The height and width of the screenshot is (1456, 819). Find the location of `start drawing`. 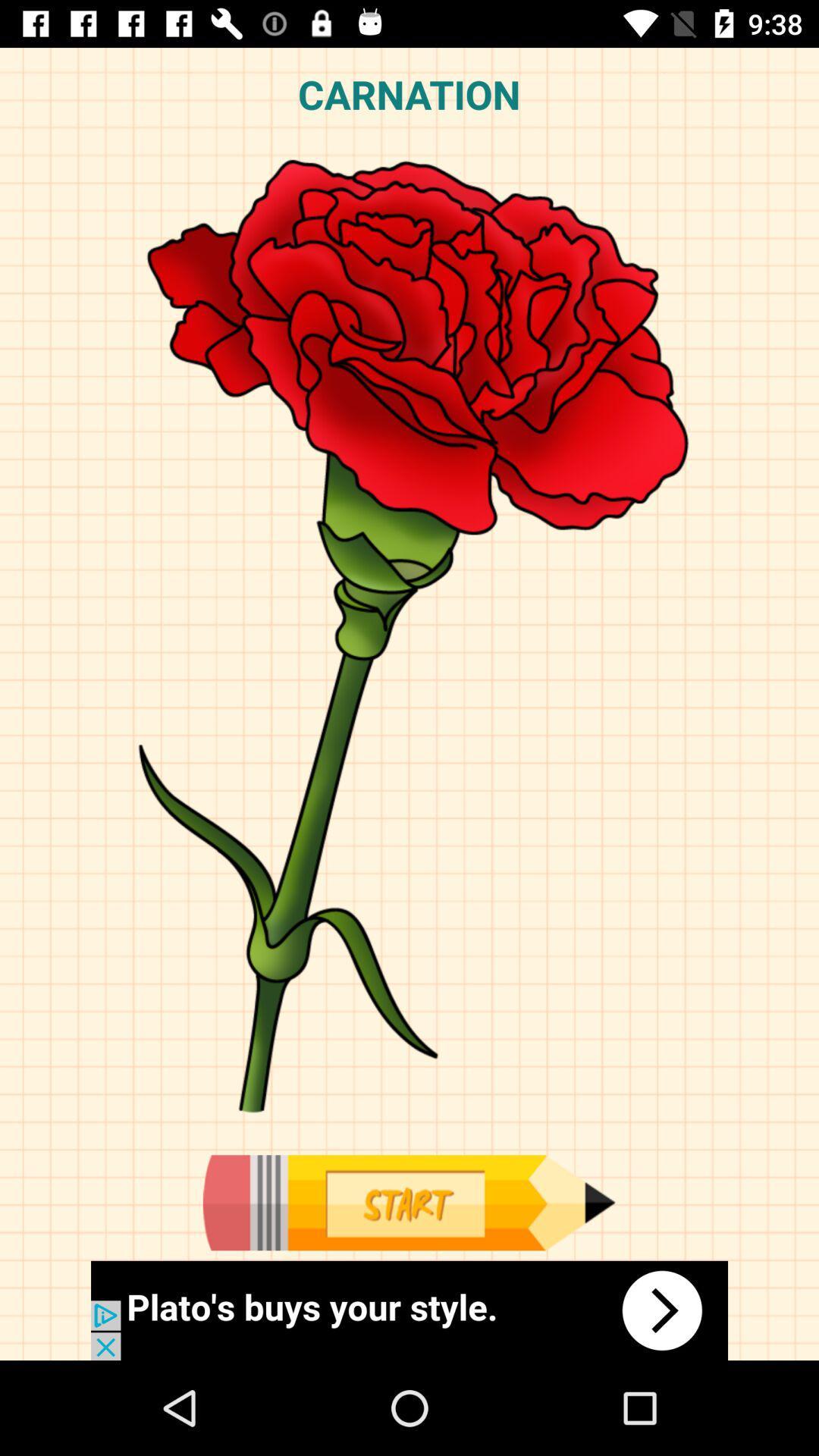

start drawing is located at coordinates (408, 1202).